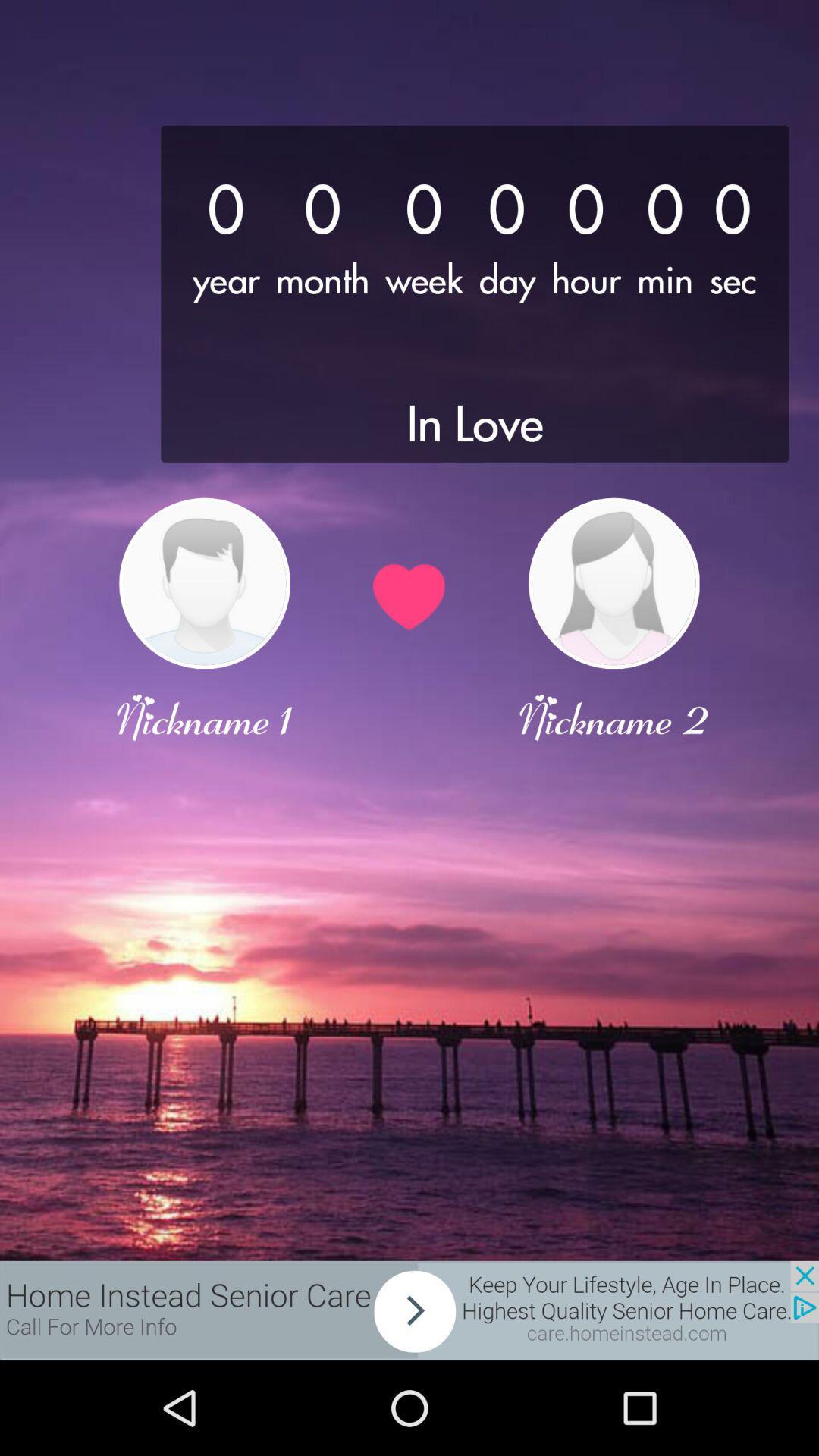 The height and width of the screenshot is (1456, 819). Describe the element at coordinates (409, 1310) in the screenshot. I see `menu button` at that location.